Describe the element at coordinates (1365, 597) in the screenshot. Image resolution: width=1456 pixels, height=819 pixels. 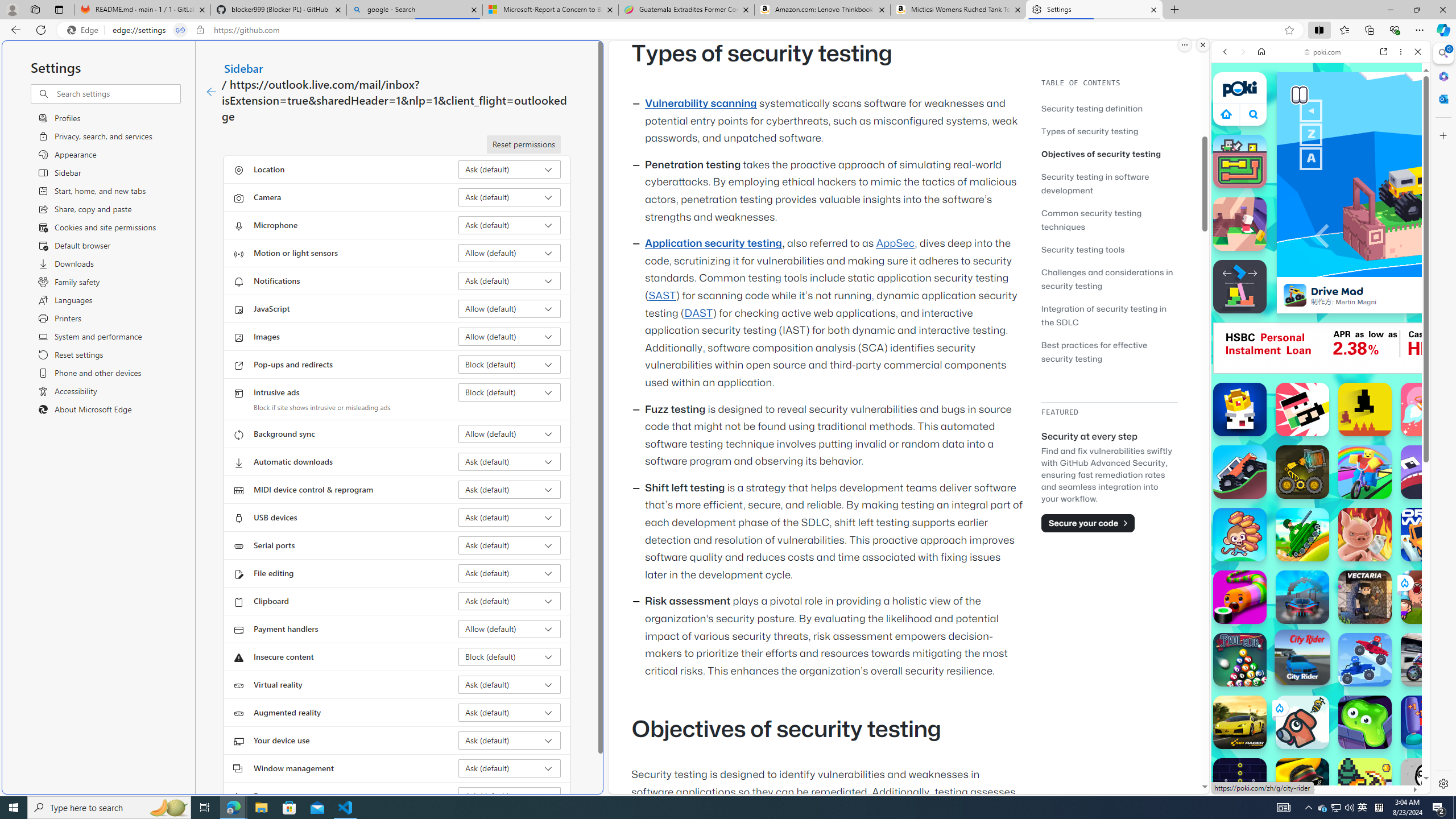
I see `'Vectaria.io'` at that location.